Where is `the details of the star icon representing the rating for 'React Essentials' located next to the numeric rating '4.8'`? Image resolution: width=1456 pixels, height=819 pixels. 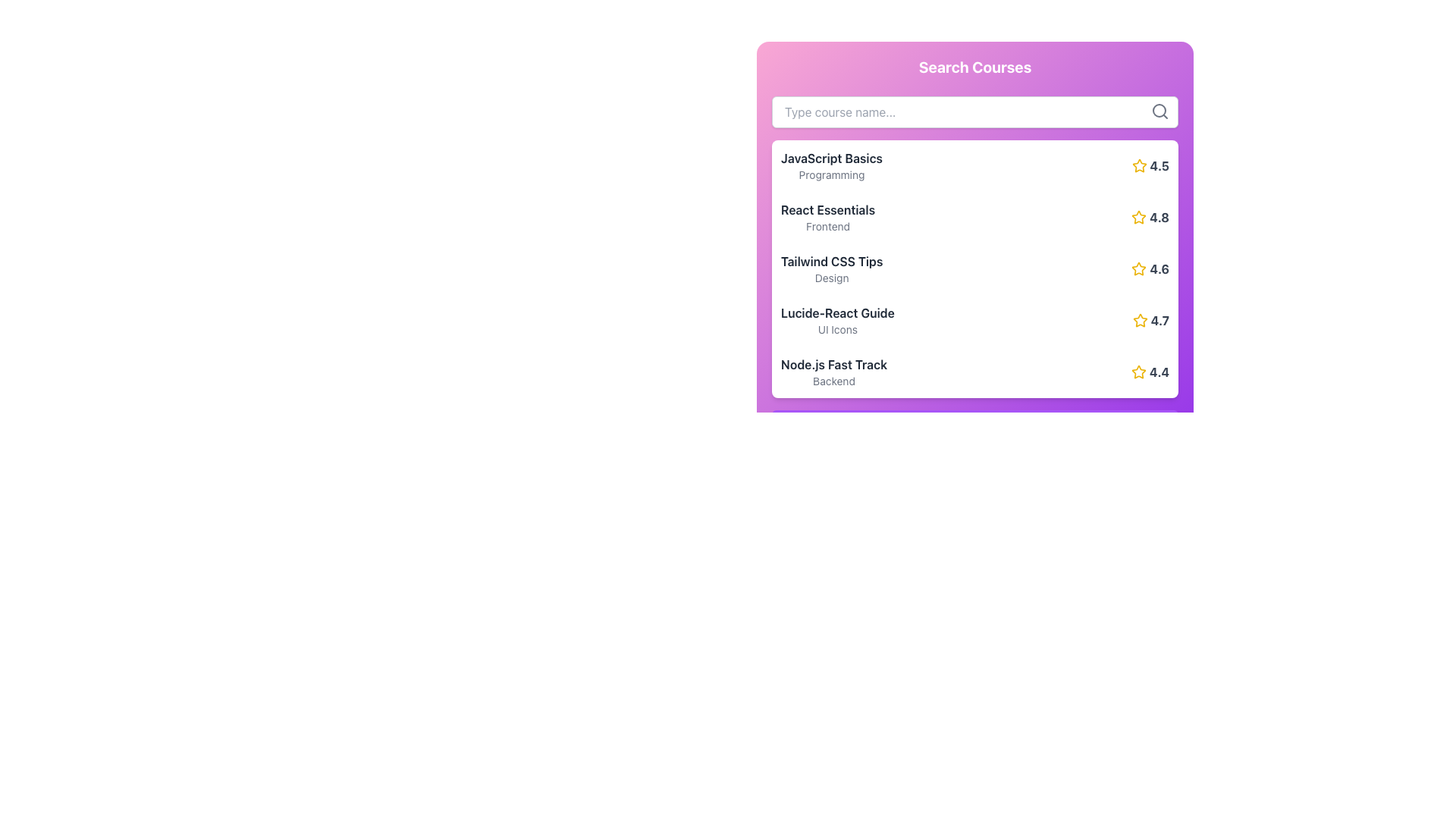 the details of the star icon representing the rating for 'React Essentials' located next to the numeric rating '4.8' is located at coordinates (1139, 217).